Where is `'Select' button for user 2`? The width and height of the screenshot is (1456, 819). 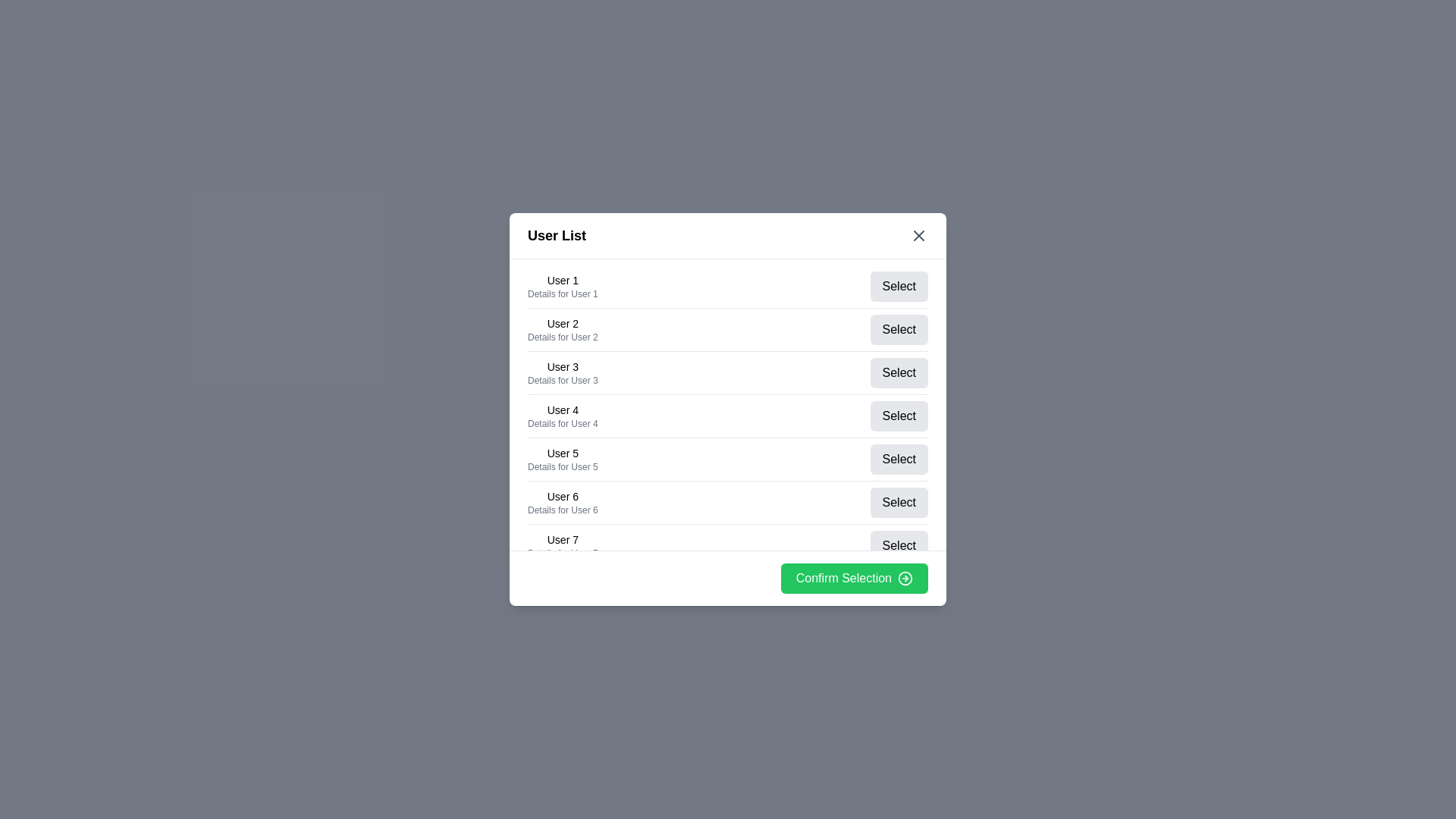
'Select' button for user 2 is located at coordinates (899, 329).